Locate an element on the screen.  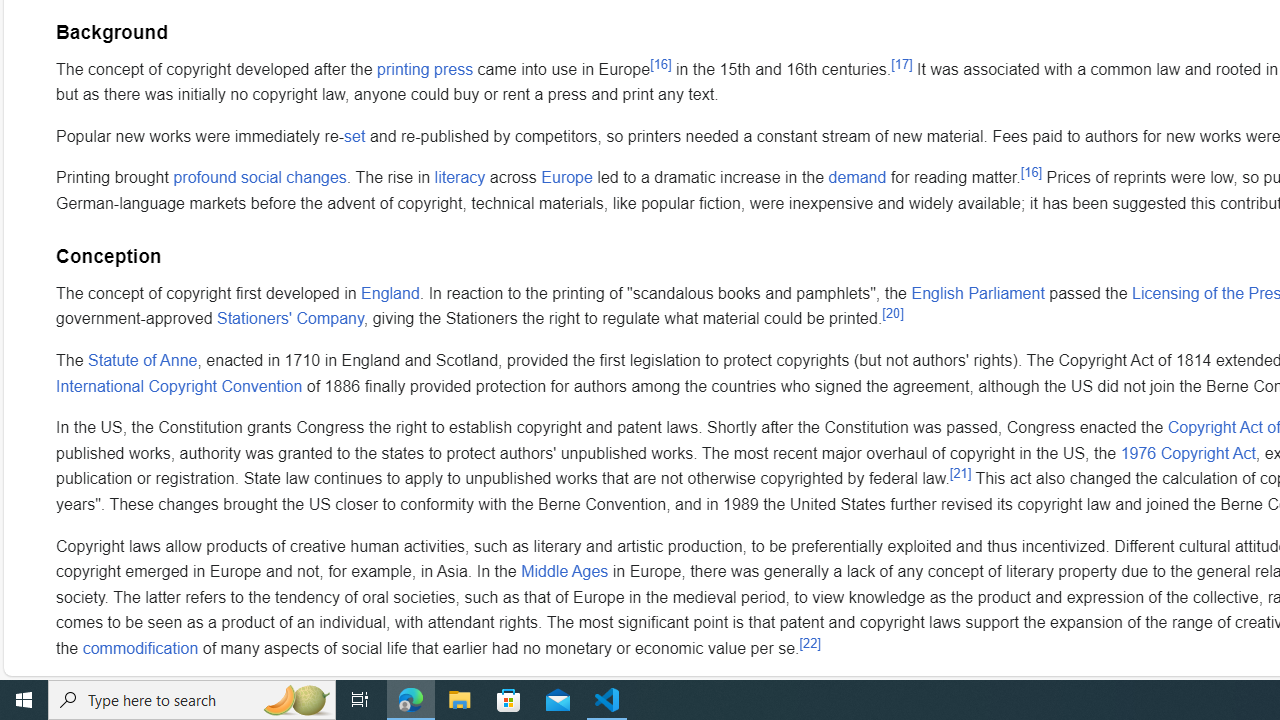
'[21]' is located at coordinates (960, 473).